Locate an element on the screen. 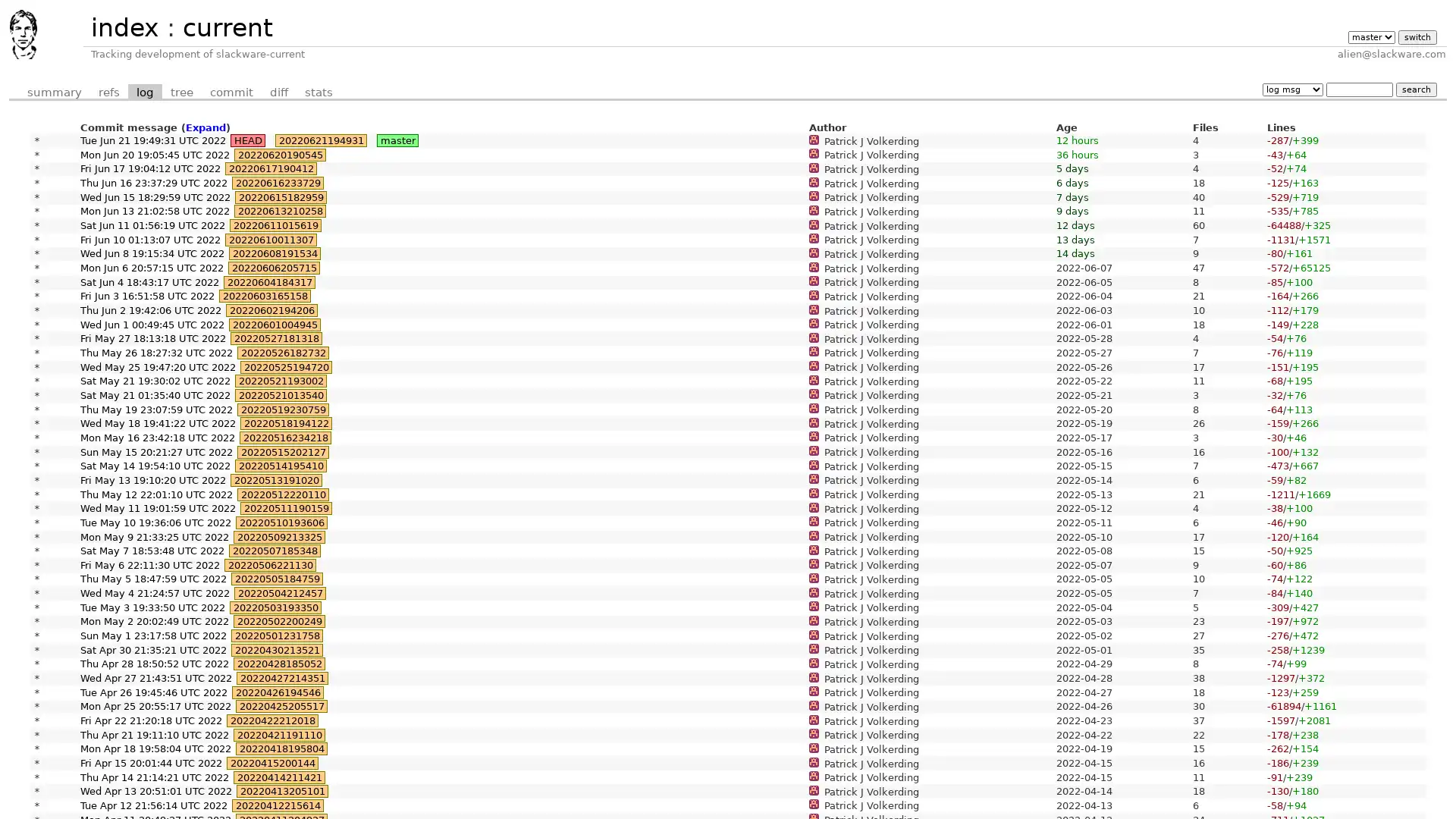 This screenshot has height=819, width=1456. search is located at coordinates (1415, 89).